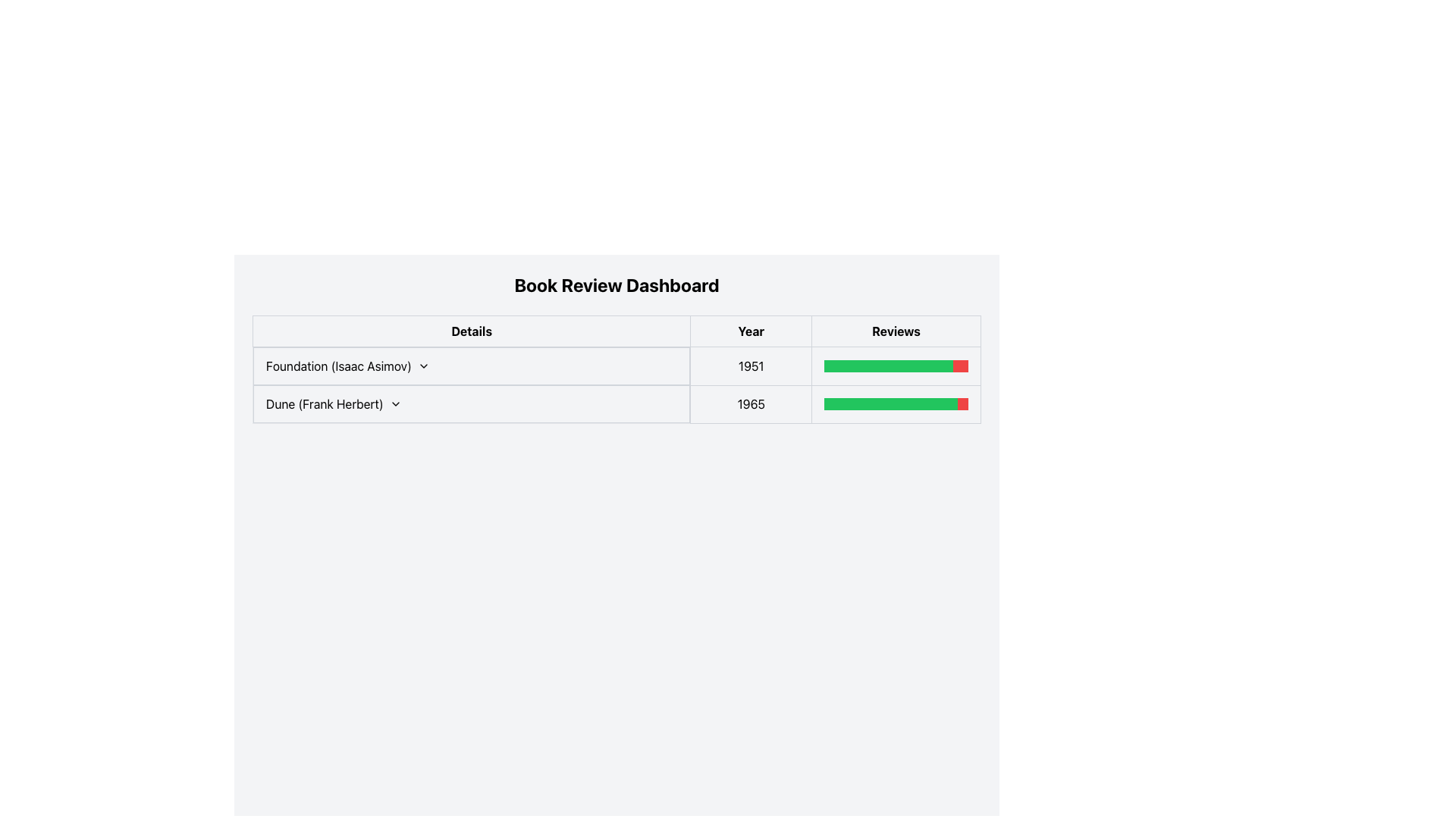 The height and width of the screenshot is (819, 1456). Describe the element at coordinates (395, 403) in the screenshot. I see `the downward-pointing chevron arrow icon in the 'Details' column of the second row titled 'Dune (Frank Herbert)'` at that location.